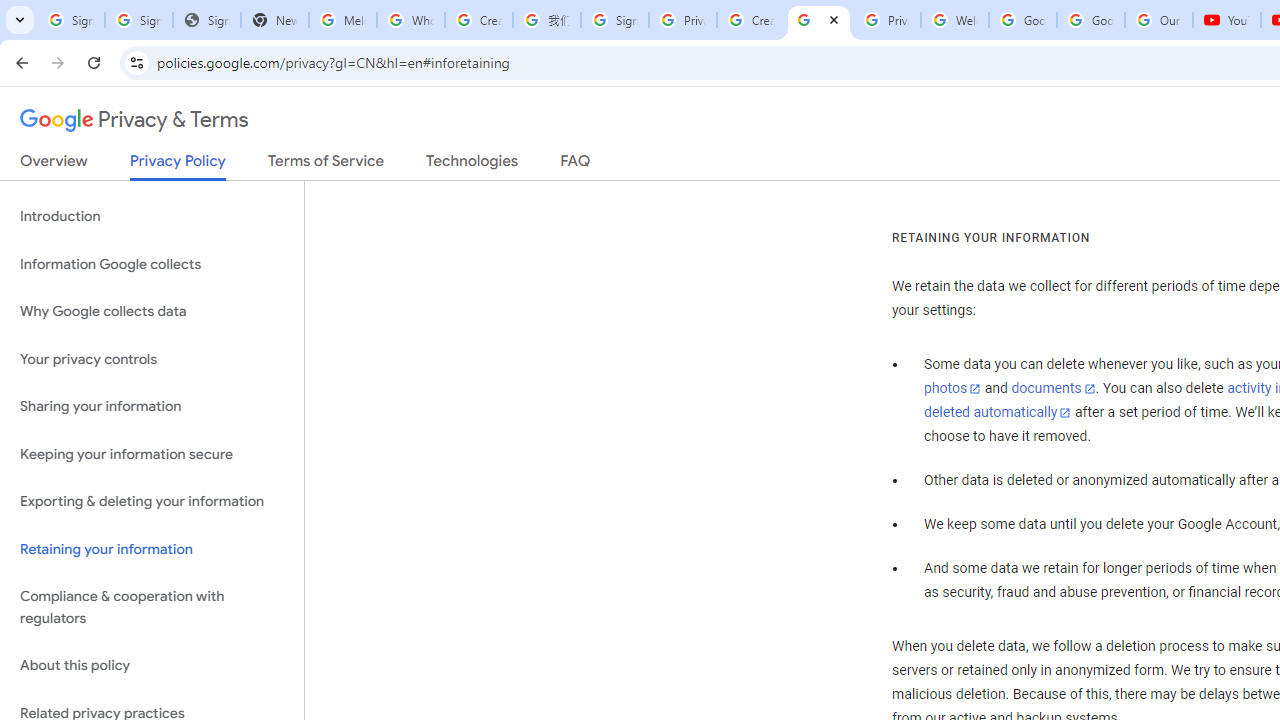 This screenshot has height=720, width=1280. I want to click on 'Overview', so click(54, 164).